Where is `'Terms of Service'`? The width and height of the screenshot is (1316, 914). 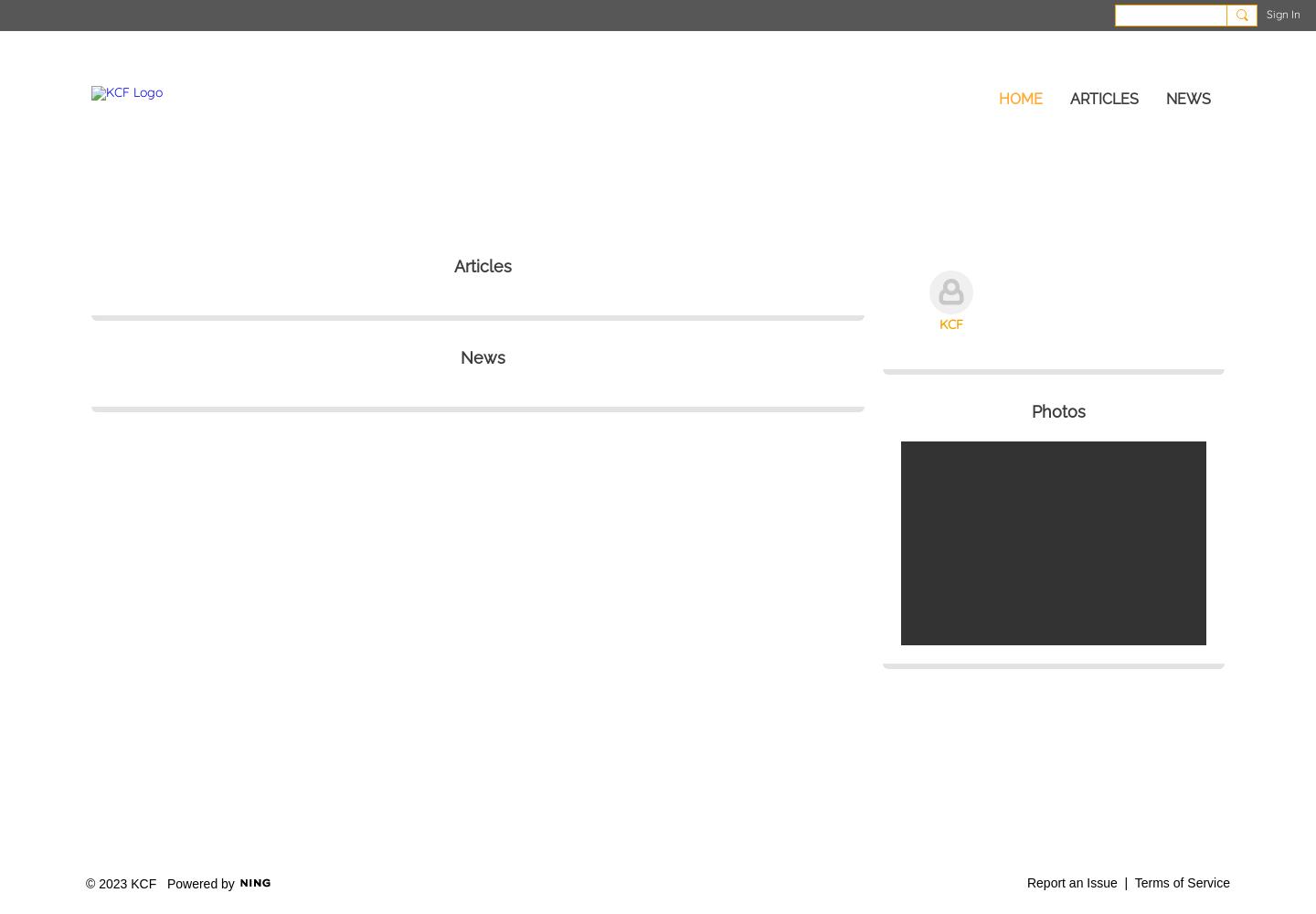
'Terms of Service' is located at coordinates (1182, 881).